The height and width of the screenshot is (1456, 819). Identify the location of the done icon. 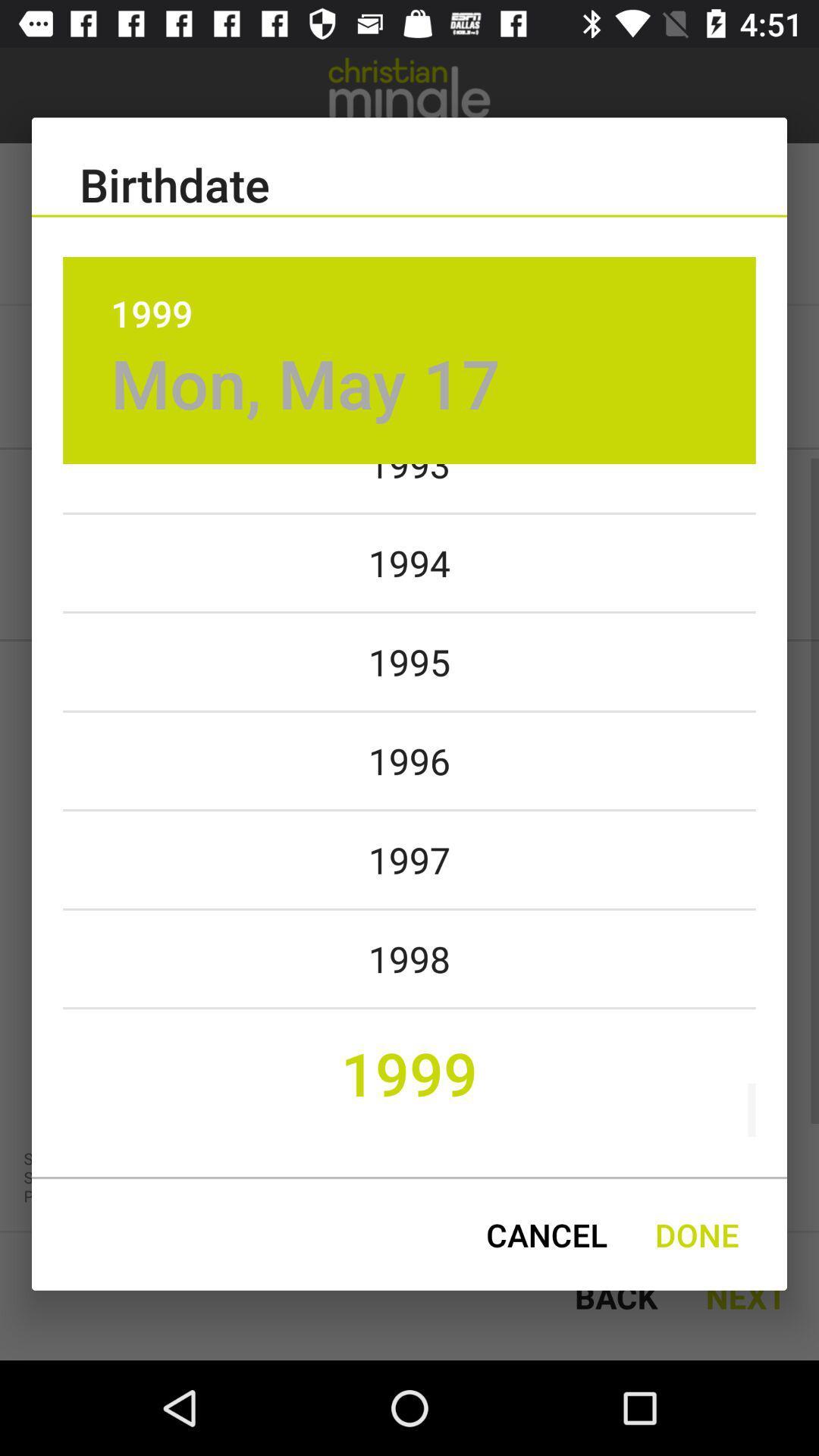
(697, 1235).